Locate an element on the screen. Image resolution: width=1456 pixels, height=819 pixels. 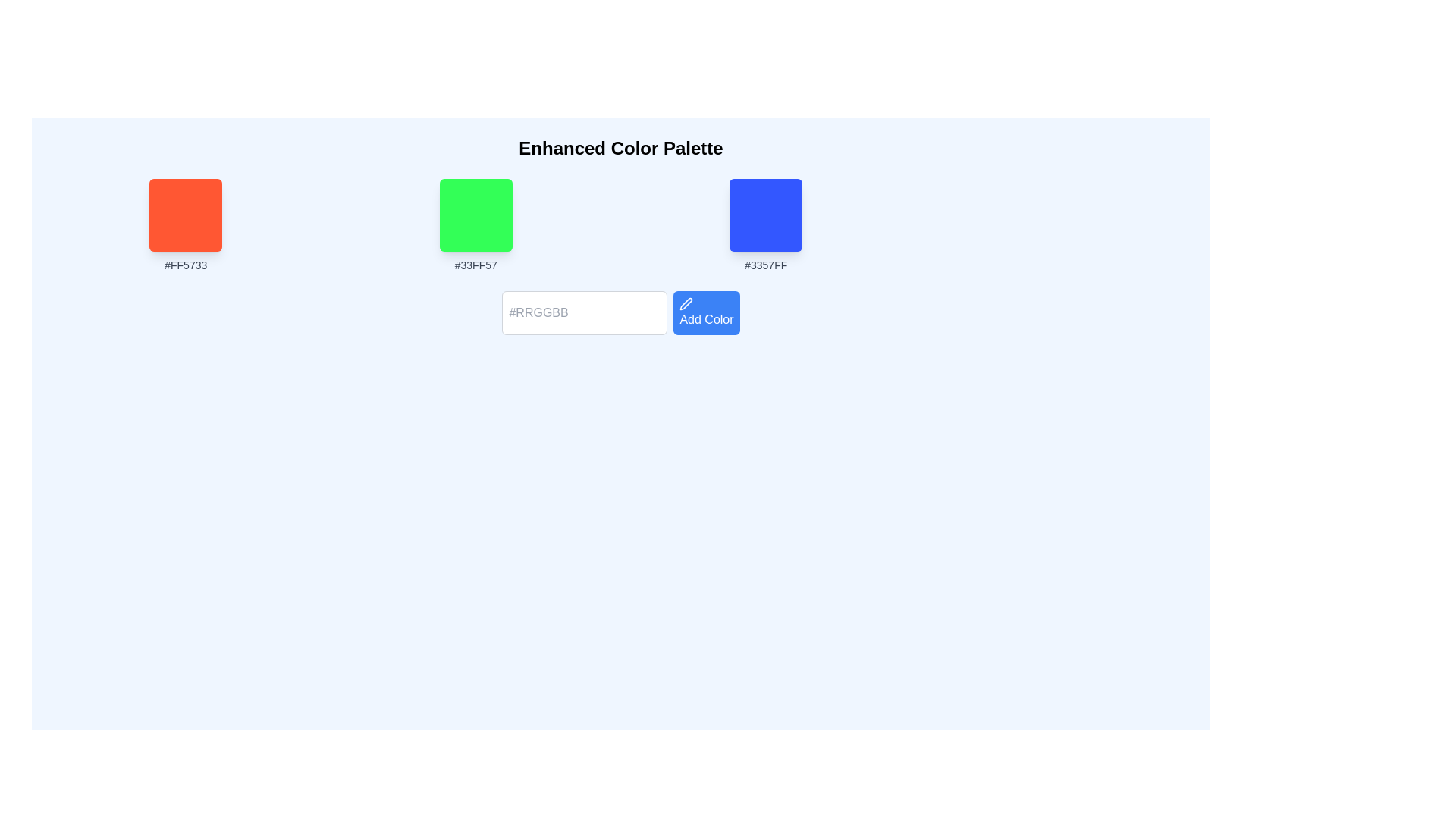
the pen icon located to the left of the 'Add Color' button's text is located at coordinates (686, 304).